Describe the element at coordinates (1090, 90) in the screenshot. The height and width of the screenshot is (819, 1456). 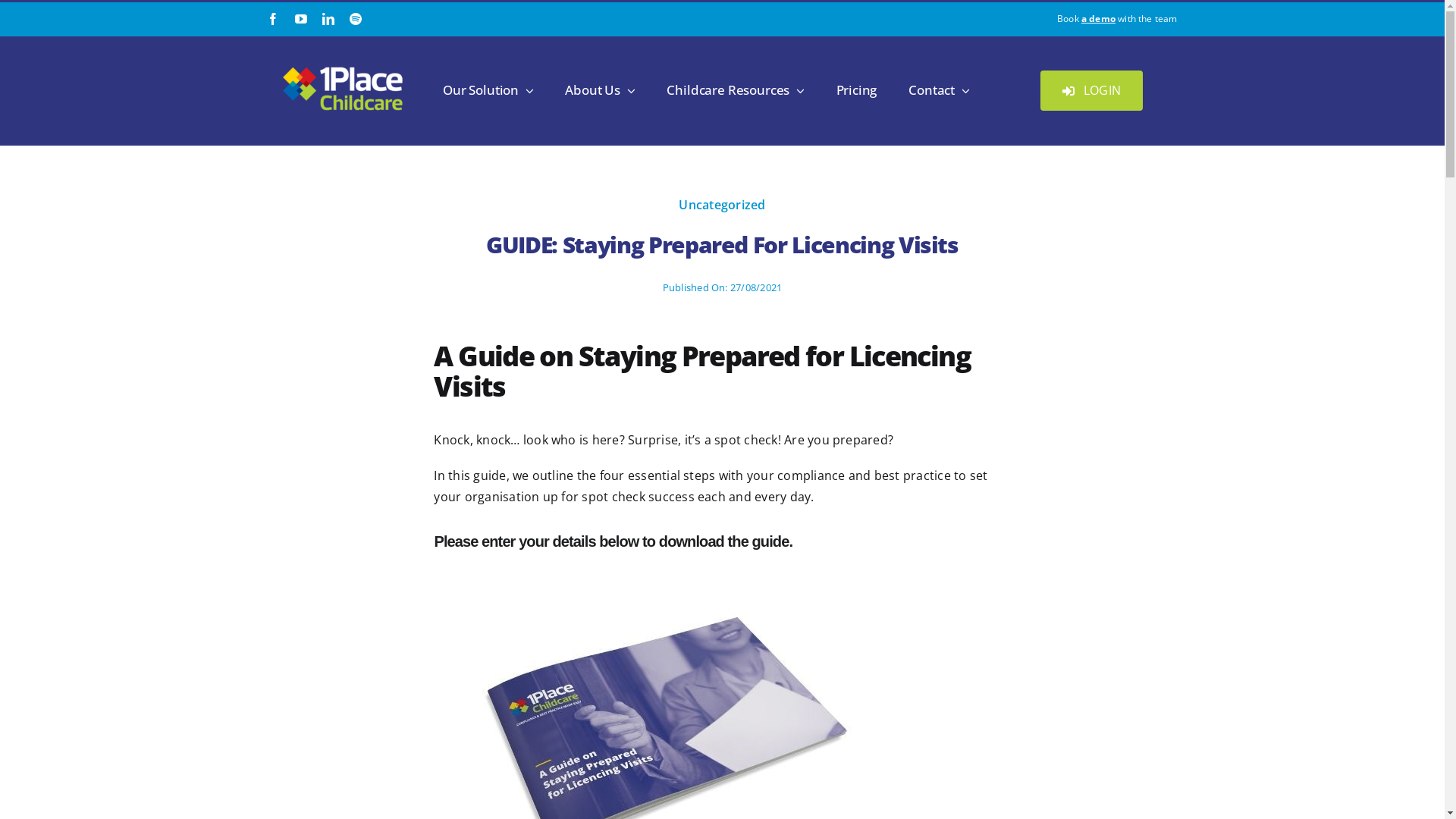
I see `'LOGIN'` at that location.